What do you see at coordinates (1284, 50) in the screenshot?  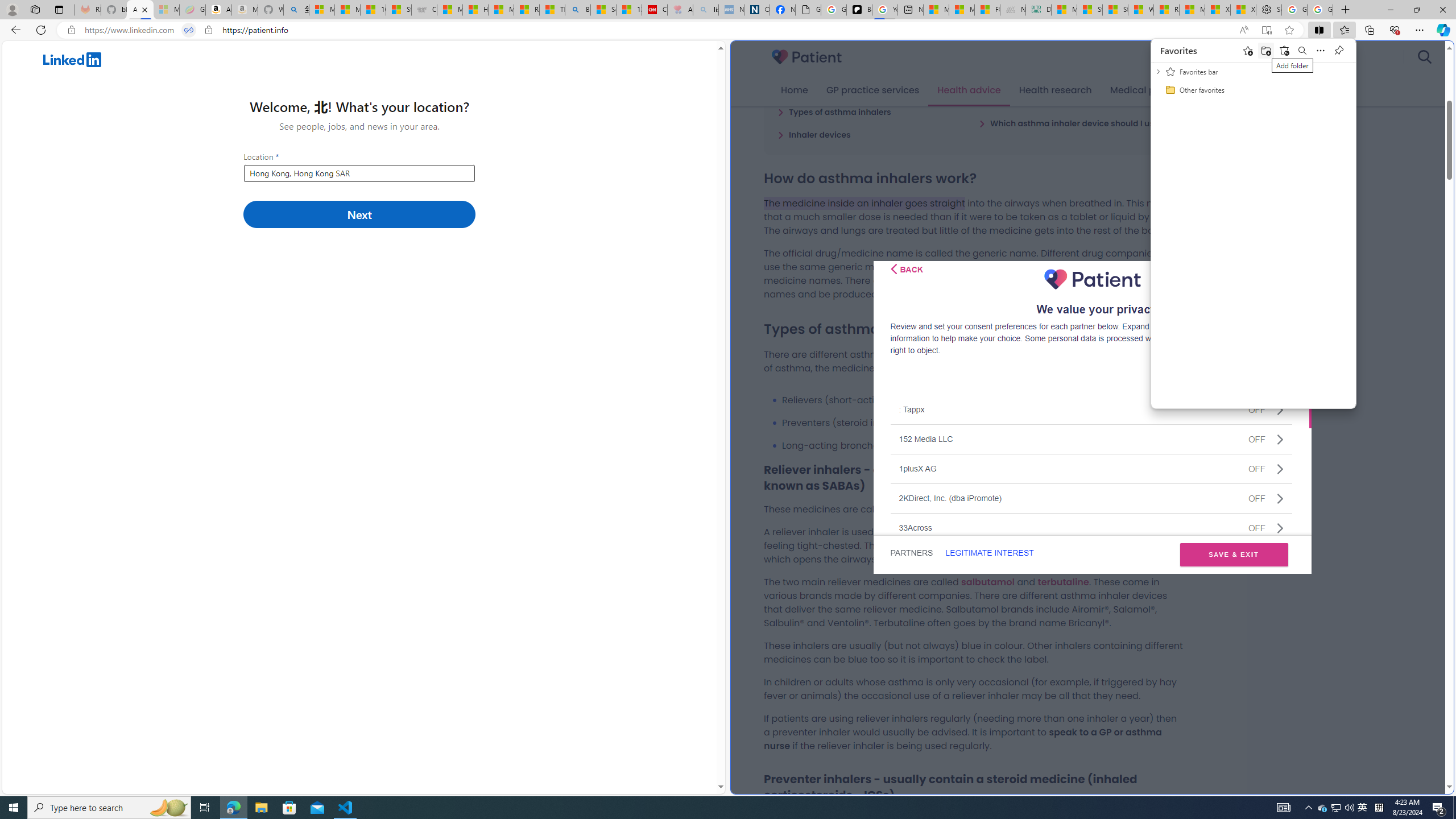 I see `'Restore deleted favorites'` at bounding box center [1284, 50].